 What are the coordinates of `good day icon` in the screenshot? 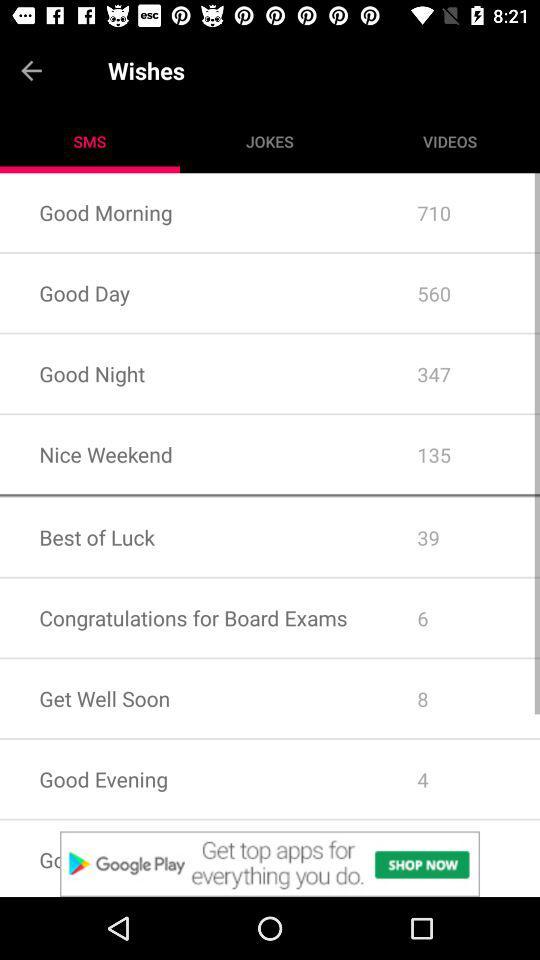 It's located at (189, 292).